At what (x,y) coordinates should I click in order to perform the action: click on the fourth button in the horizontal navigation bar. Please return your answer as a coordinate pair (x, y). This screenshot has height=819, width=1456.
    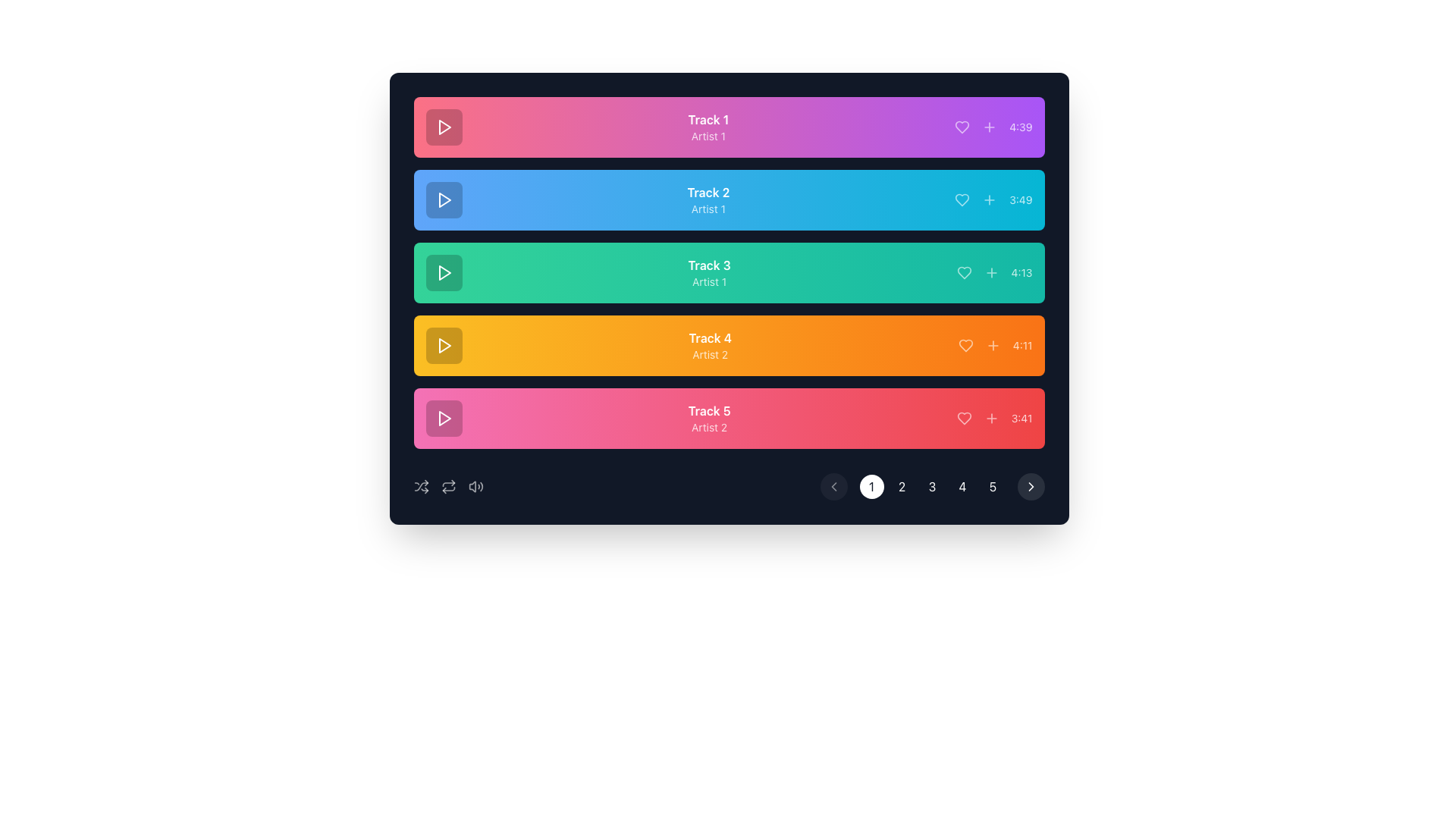
    Looking at the image, I should click on (962, 486).